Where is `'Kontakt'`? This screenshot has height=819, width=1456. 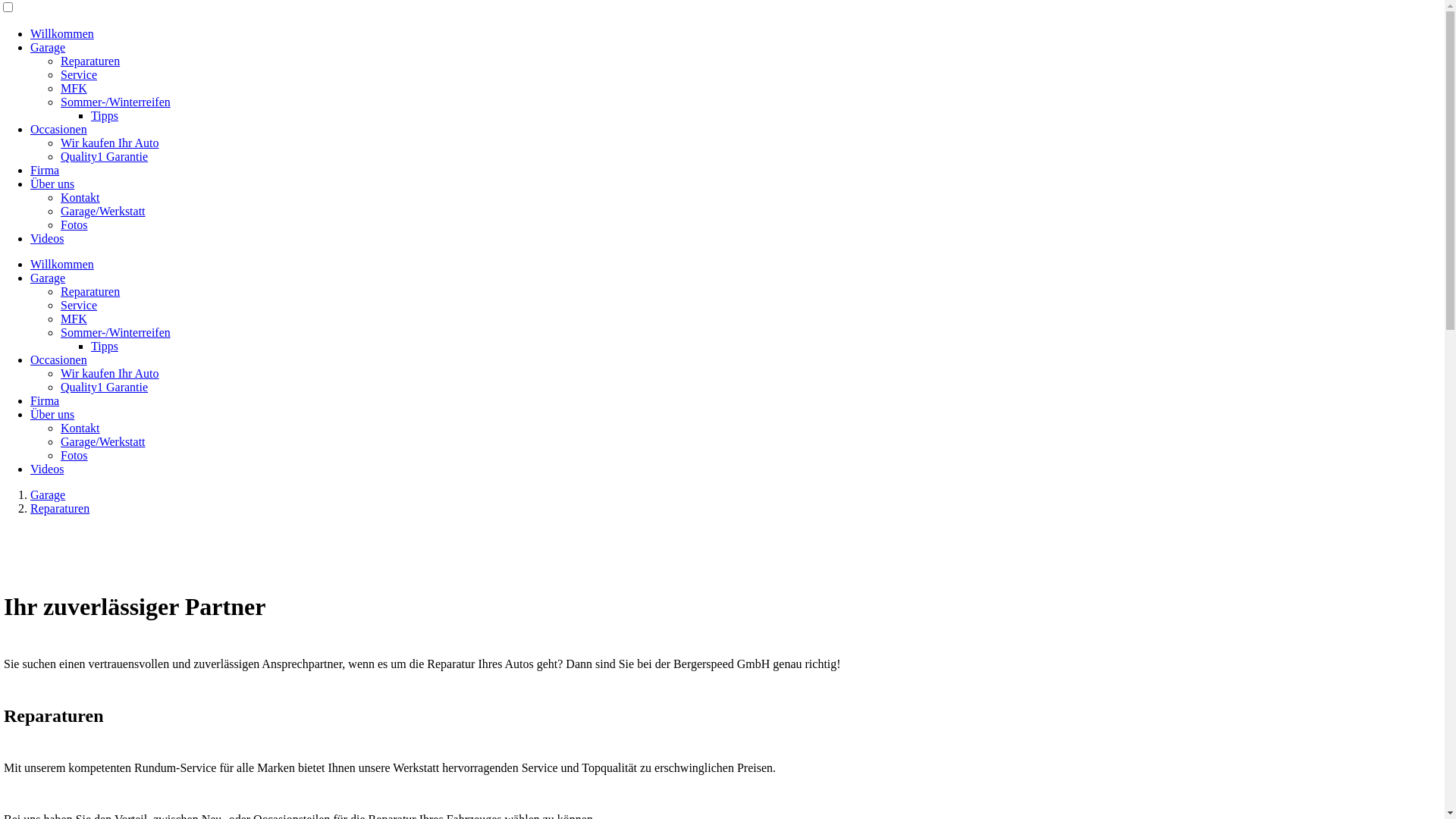 'Kontakt' is located at coordinates (61, 196).